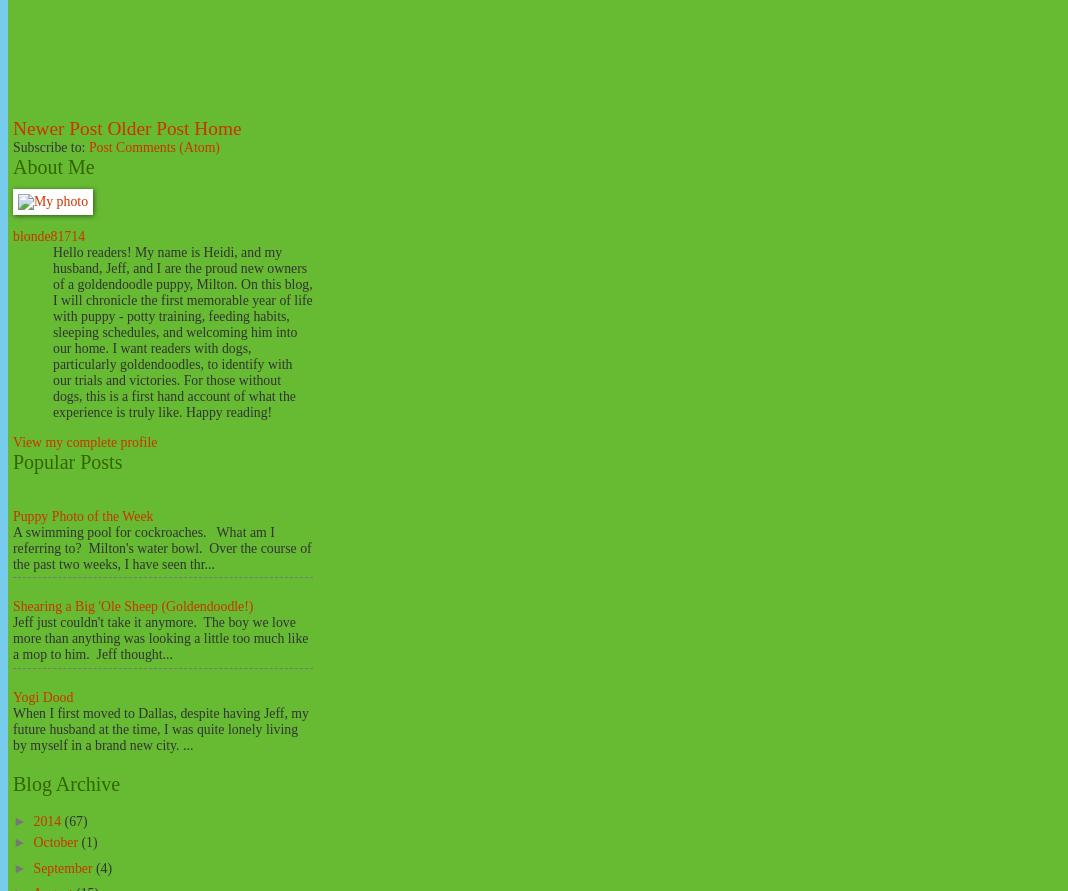 This screenshot has width=1068, height=891. Describe the element at coordinates (56, 127) in the screenshot. I see `'Newer Post'` at that location.